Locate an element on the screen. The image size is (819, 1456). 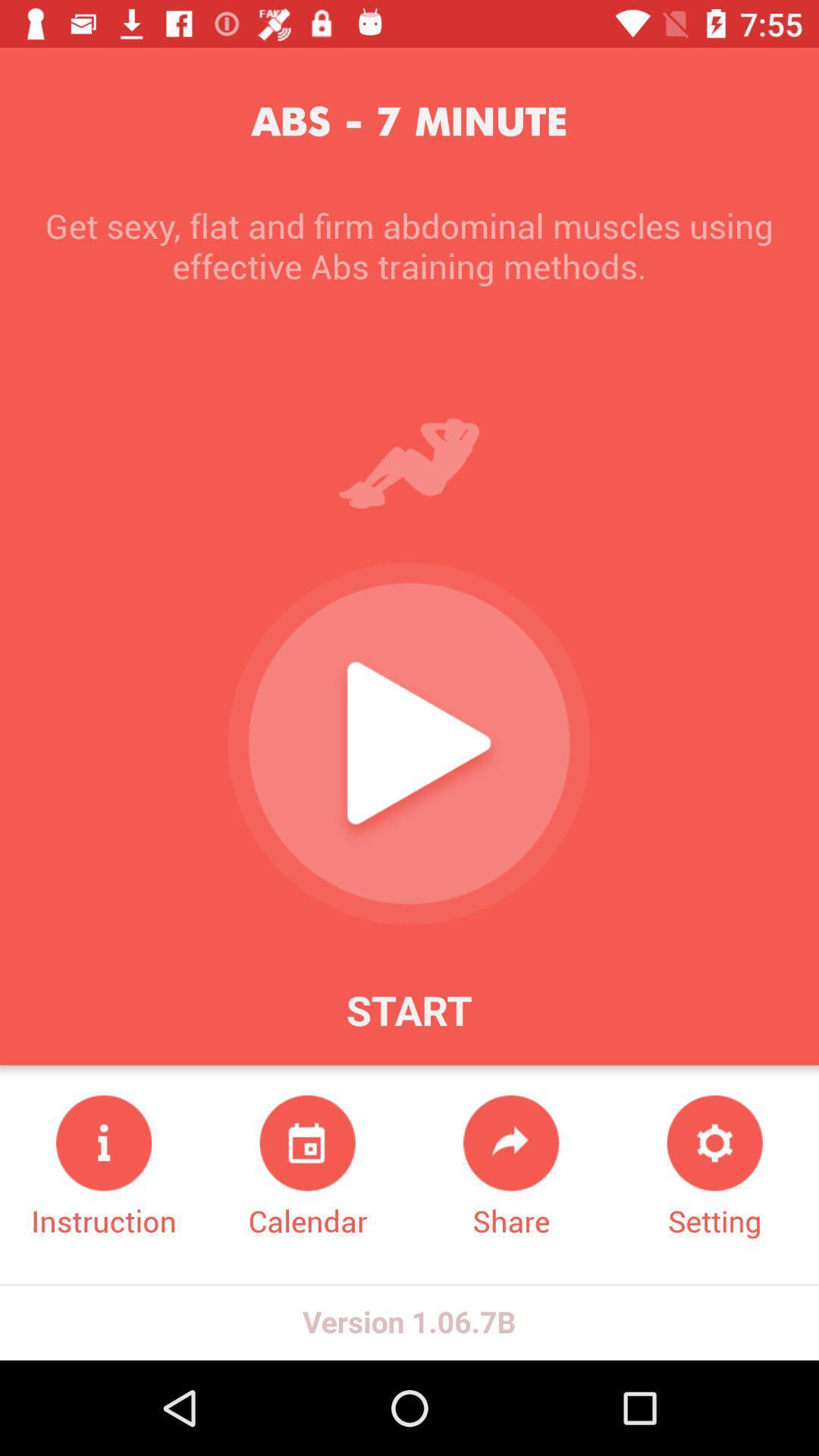
the item next to the calendar icon is located at coordinates (103, 1167).